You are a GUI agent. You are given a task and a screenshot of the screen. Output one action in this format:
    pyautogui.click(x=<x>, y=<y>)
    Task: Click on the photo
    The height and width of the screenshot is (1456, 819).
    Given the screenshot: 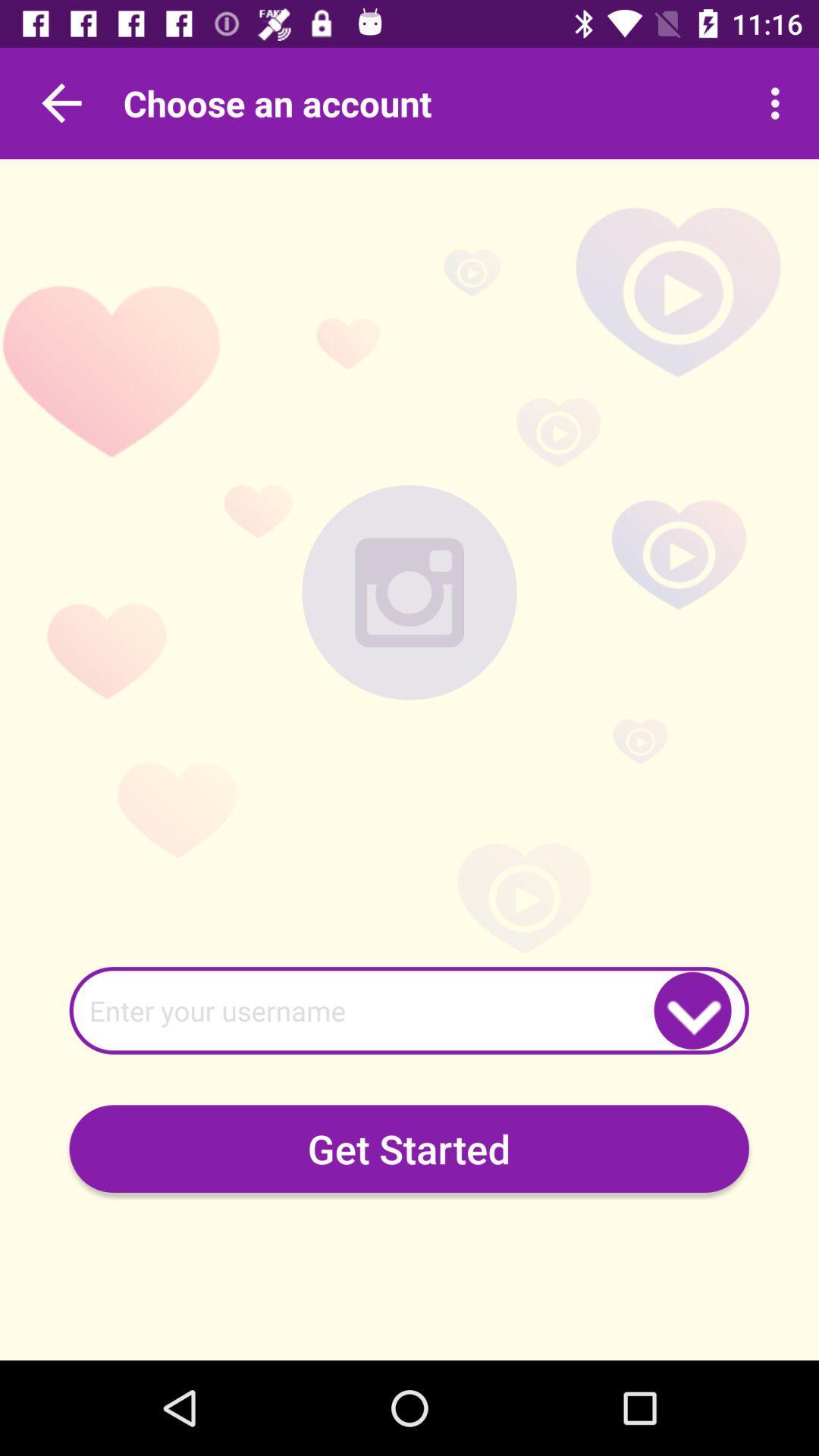 What is the action you would take?
    pyautogui.click(x=409, y=591)
    